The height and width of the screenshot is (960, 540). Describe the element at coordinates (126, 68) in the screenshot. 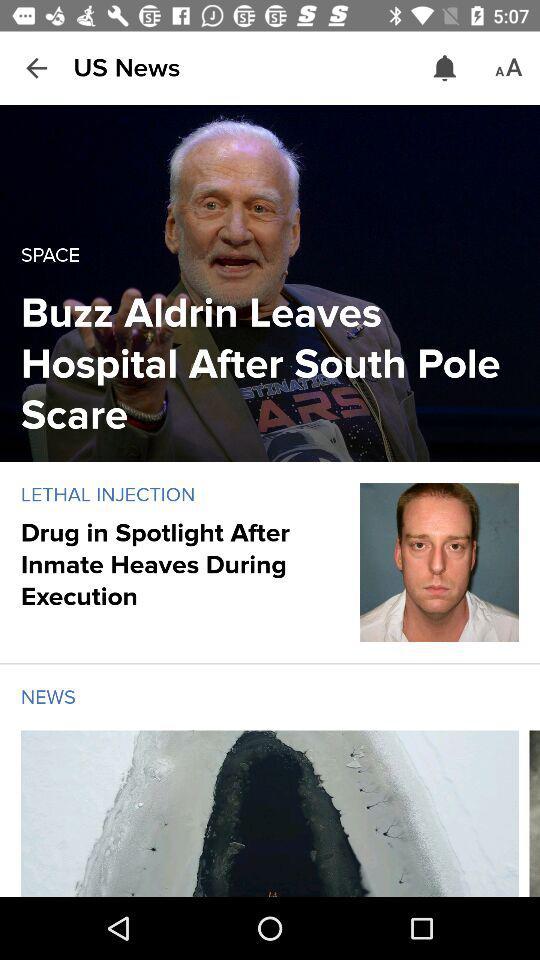

I see `us news item` at that location.